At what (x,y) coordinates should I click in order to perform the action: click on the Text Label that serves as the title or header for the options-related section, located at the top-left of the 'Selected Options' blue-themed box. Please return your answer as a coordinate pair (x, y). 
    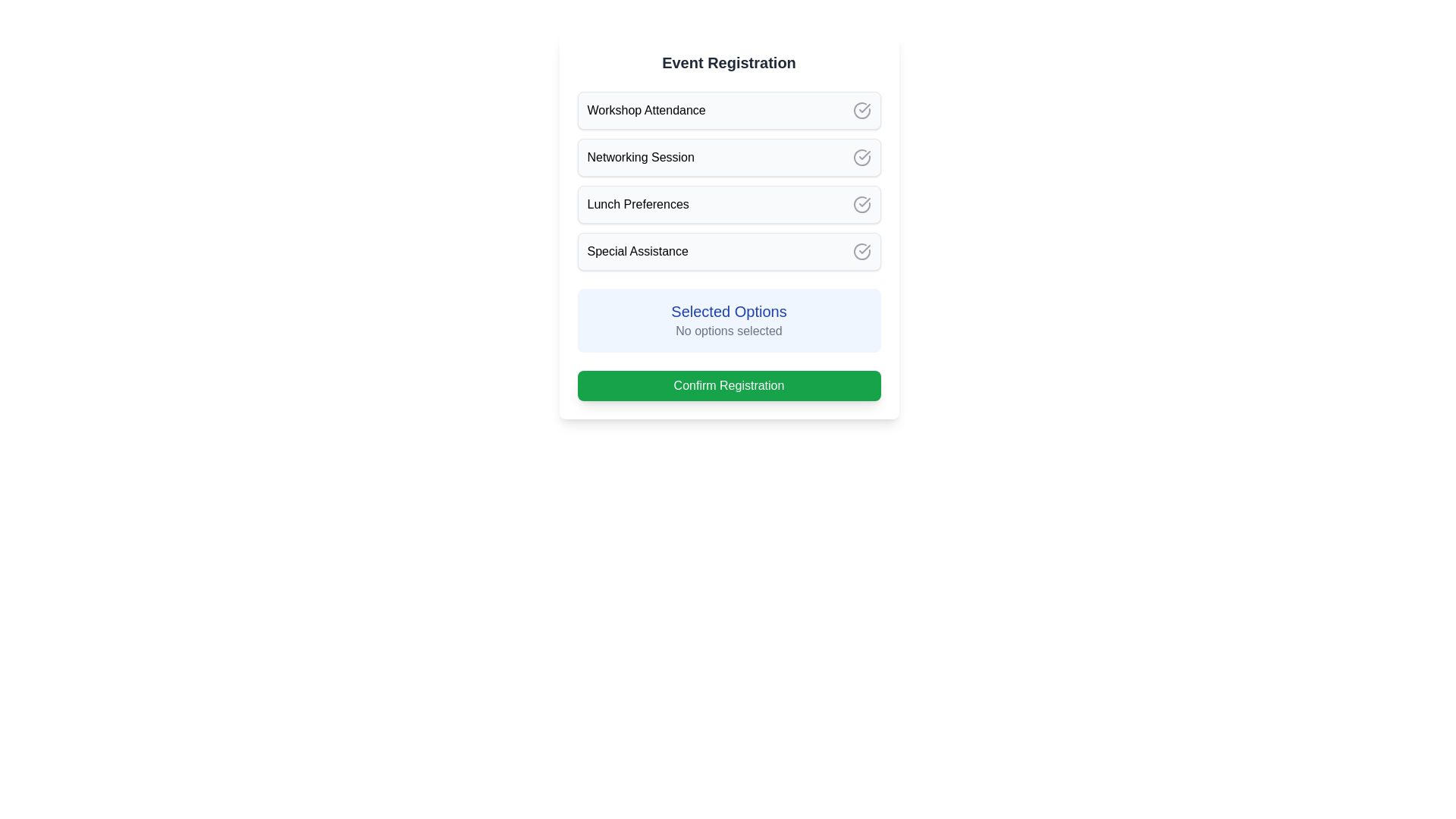
    Looking at the image, I should click on (729, 311).